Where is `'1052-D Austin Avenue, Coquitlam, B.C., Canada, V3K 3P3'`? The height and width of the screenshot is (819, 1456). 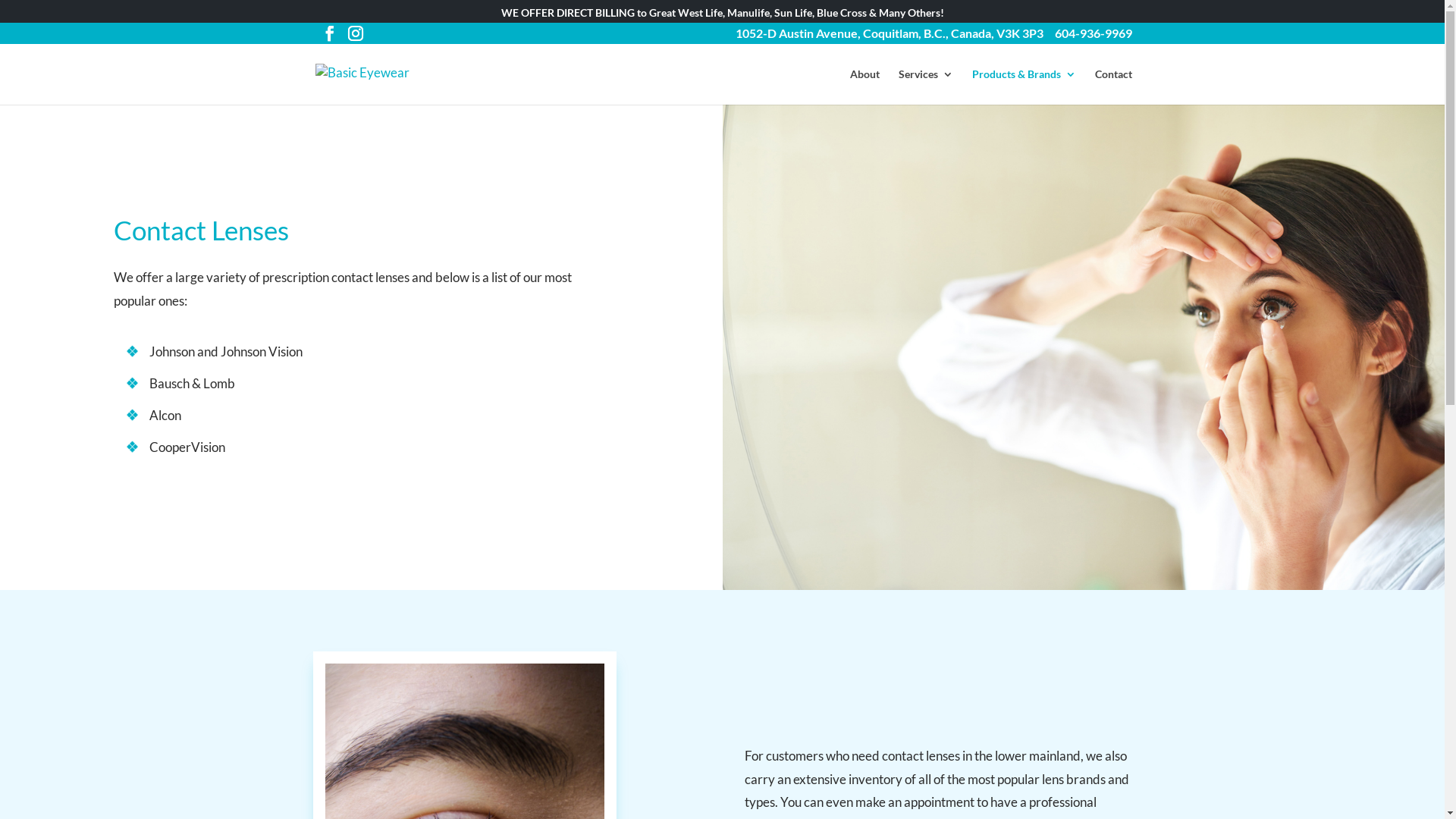
'1052-D Austin Avenue, Coquitlam, B.C., Canada, V3K 3P3' is located at coordinates (889, 35).